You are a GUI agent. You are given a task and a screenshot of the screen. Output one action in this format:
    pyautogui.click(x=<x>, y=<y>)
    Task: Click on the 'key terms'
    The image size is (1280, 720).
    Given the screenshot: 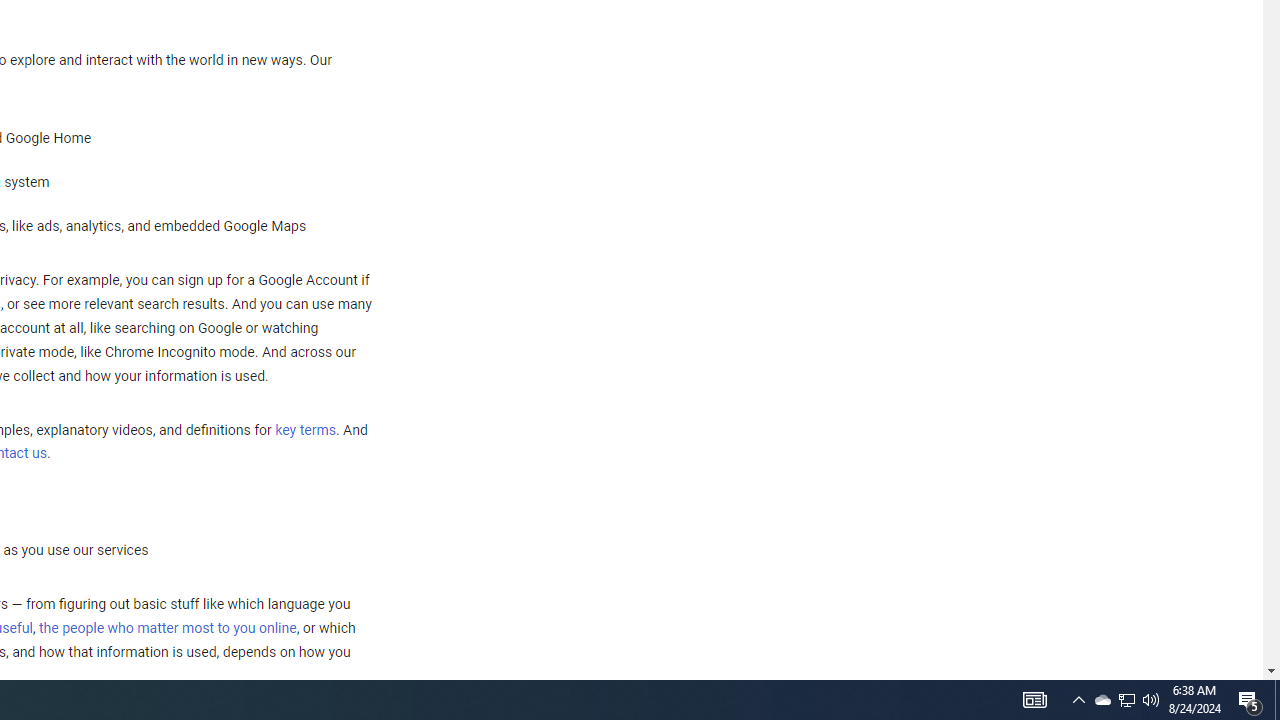 What is the action you would take?
    pyautogui.click(x=304, y=429)
    